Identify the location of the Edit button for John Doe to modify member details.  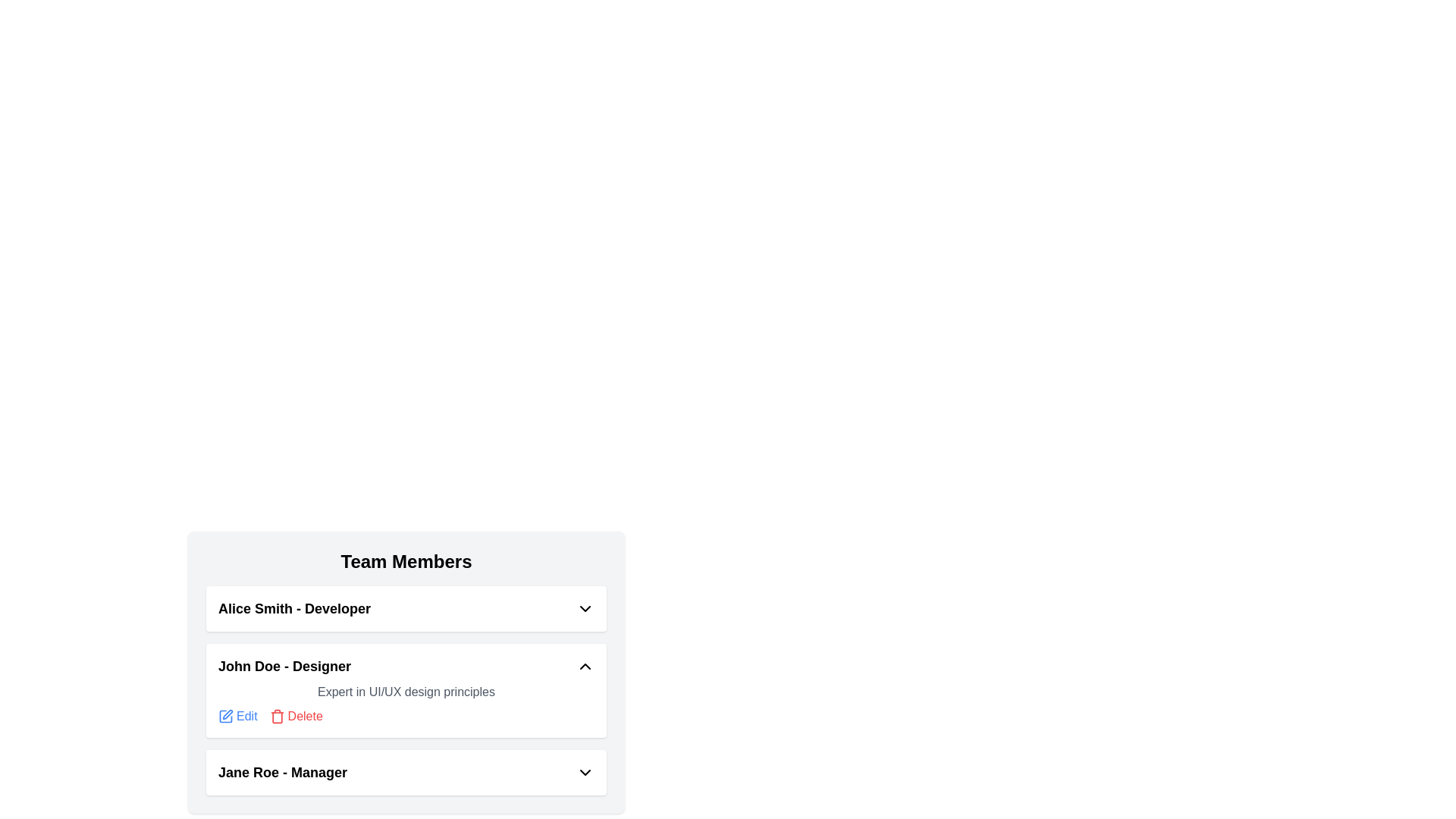
(237, 717).